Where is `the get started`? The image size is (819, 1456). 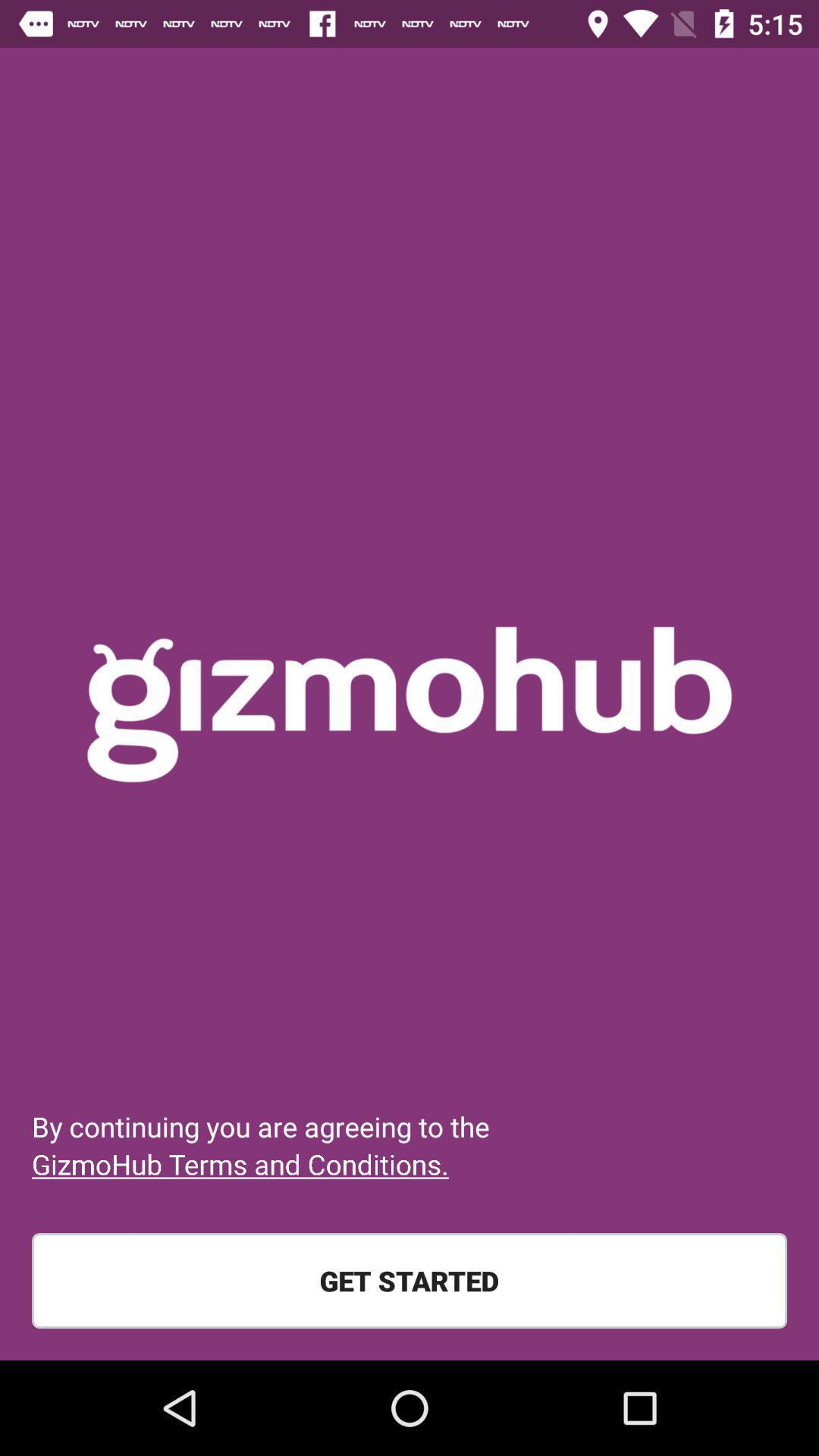
the get started is located at coordinates (409, 1280).